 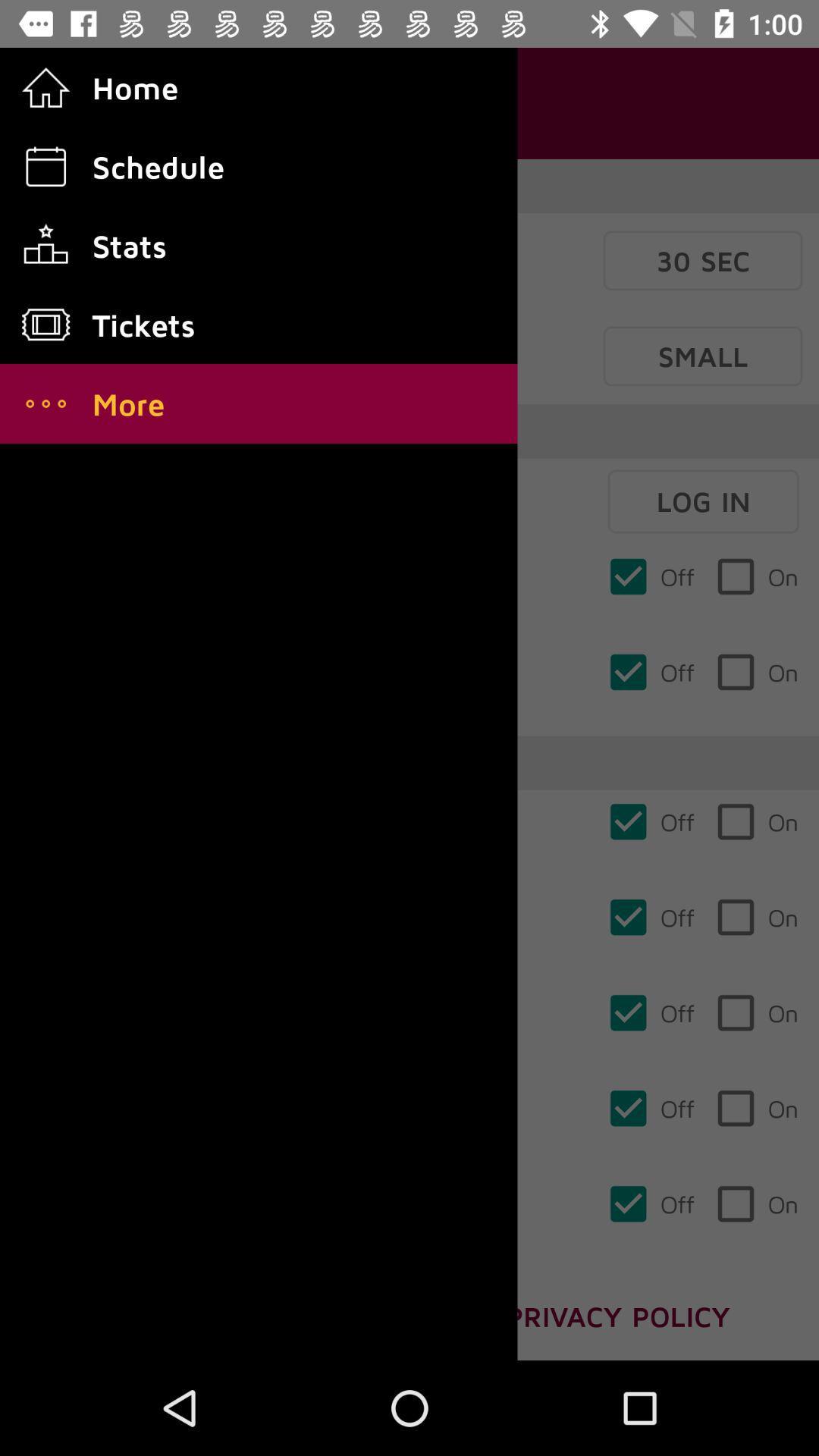 I want to click on off in first row, so click(x=649, y=576).